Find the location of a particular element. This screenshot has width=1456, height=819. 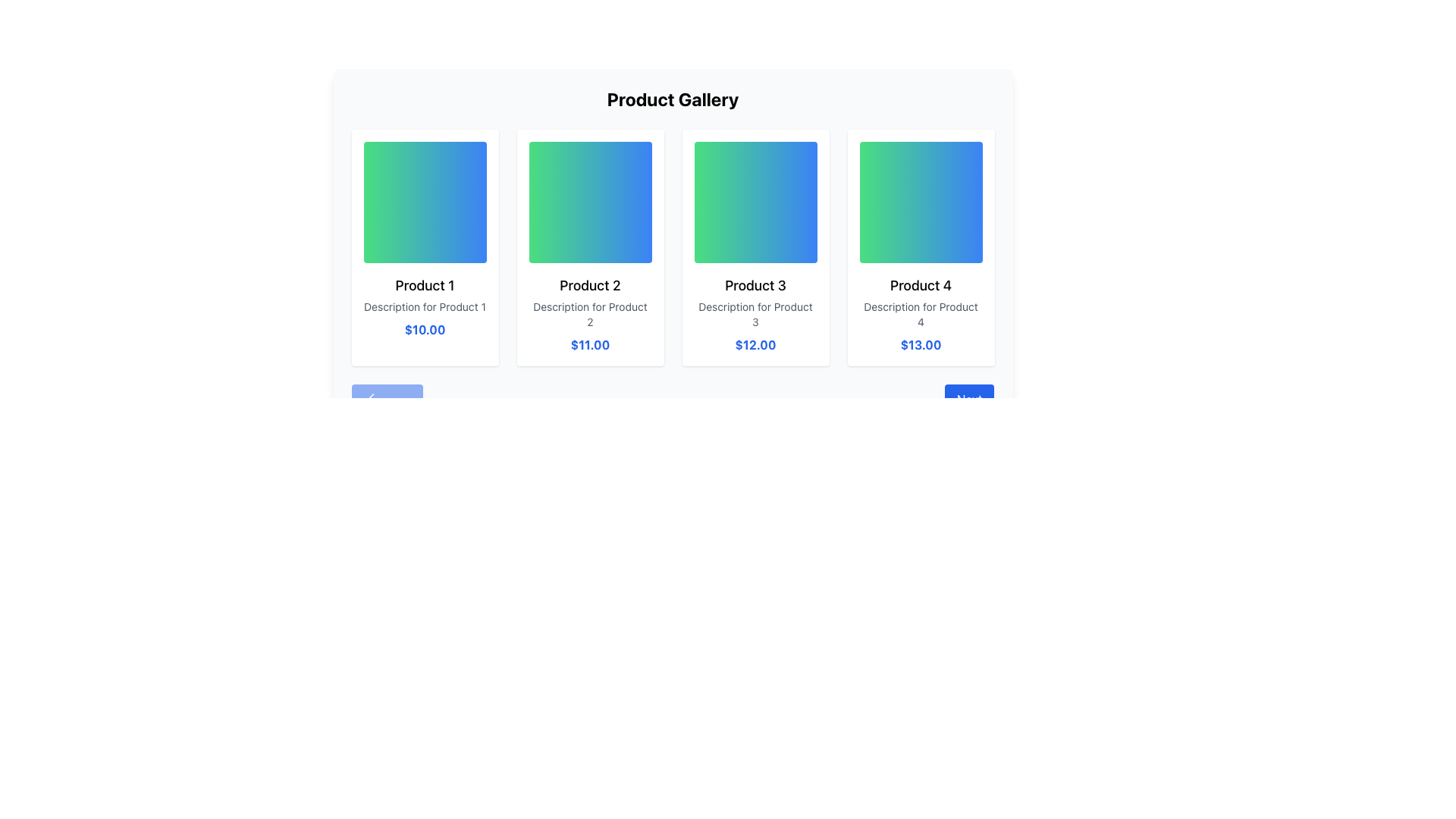

the Display card for 'Product 2', which shows its title, description, and price. This card is the second in a grid layout of product cards is located at coordinates (589, 247).